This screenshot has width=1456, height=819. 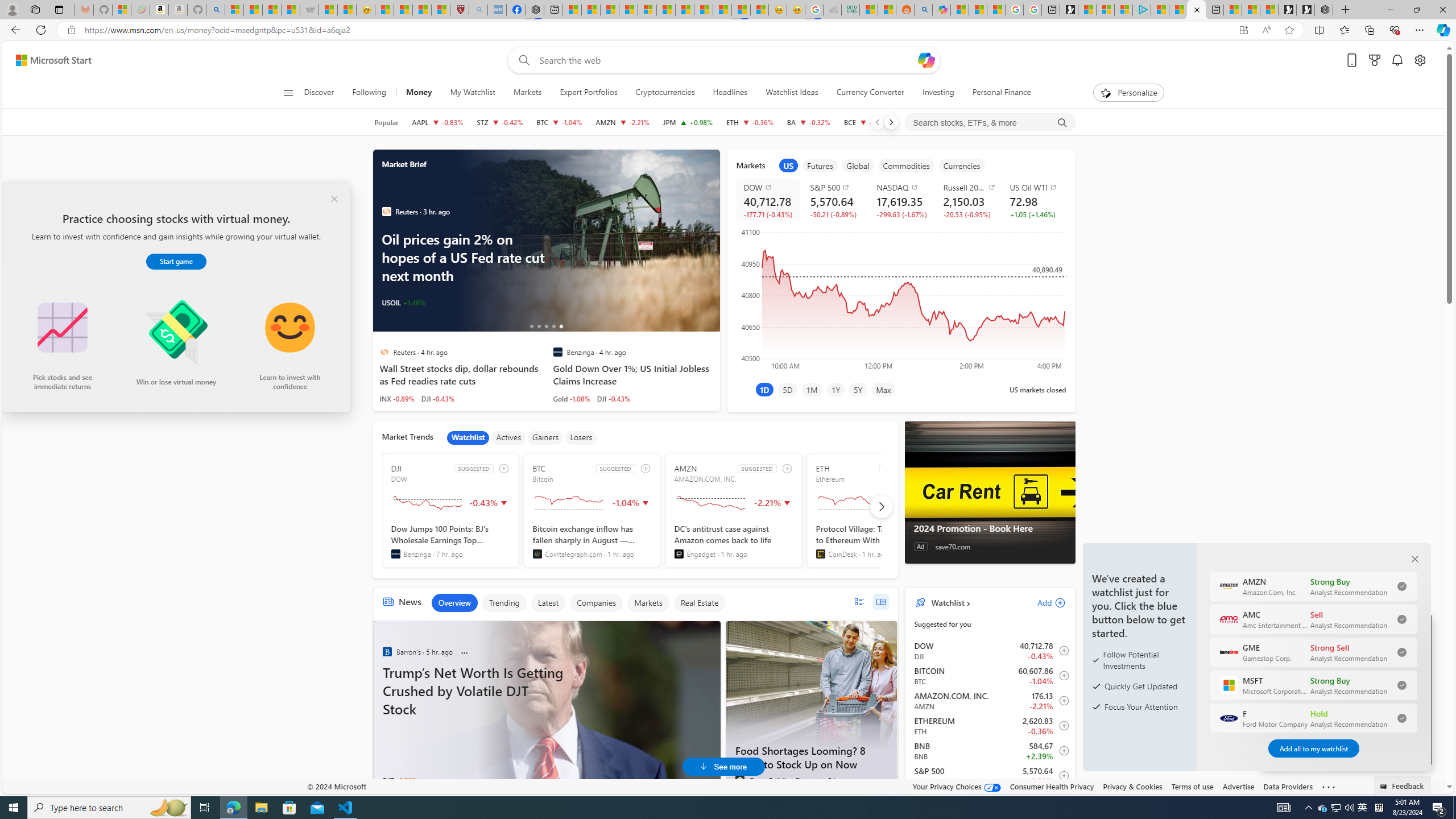 What do you see at coordinates (1192, 786) in the screenshot?
I see `'Terms of use'` at bounding box center [1192, 786].